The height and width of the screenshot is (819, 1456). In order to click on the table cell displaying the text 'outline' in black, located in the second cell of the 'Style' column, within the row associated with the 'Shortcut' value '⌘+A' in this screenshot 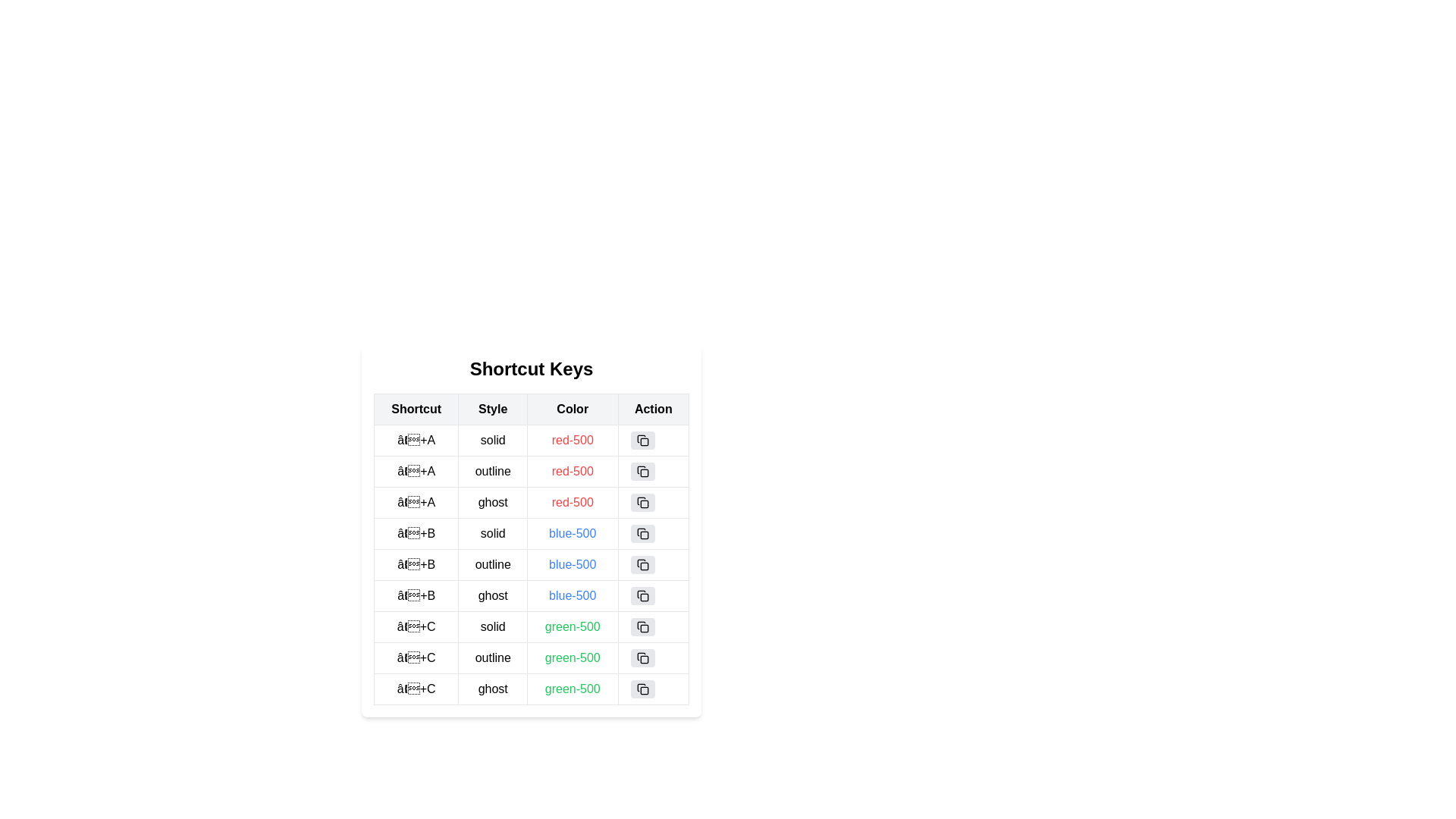, I will do `click(493, 470)`.